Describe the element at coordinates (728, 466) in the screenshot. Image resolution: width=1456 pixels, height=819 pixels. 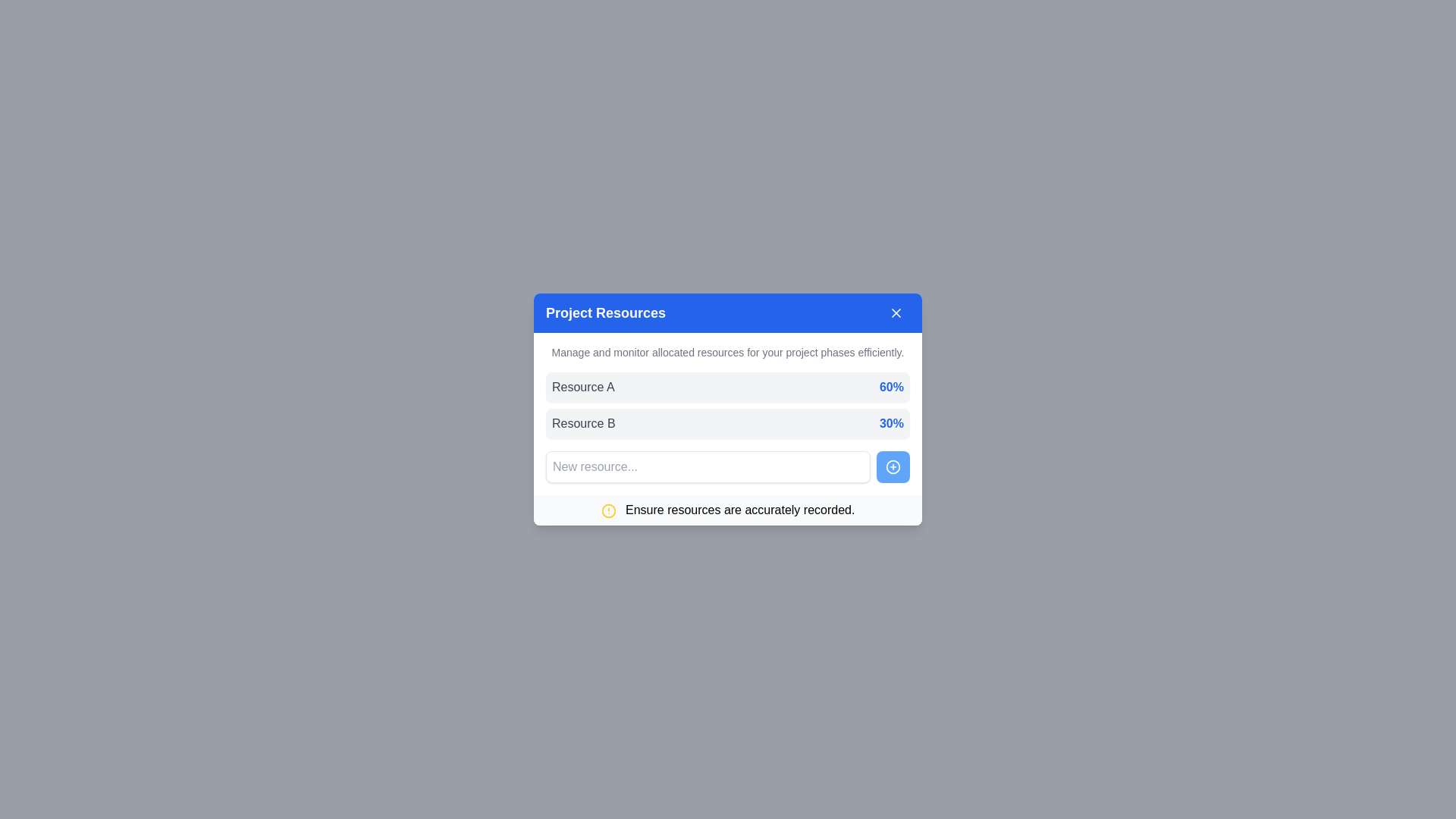
I see `the button in the composite component for adding a new resource, located at the bottom of the 'Project Resources' panel, to trigger a tooltip or style change` at that location.